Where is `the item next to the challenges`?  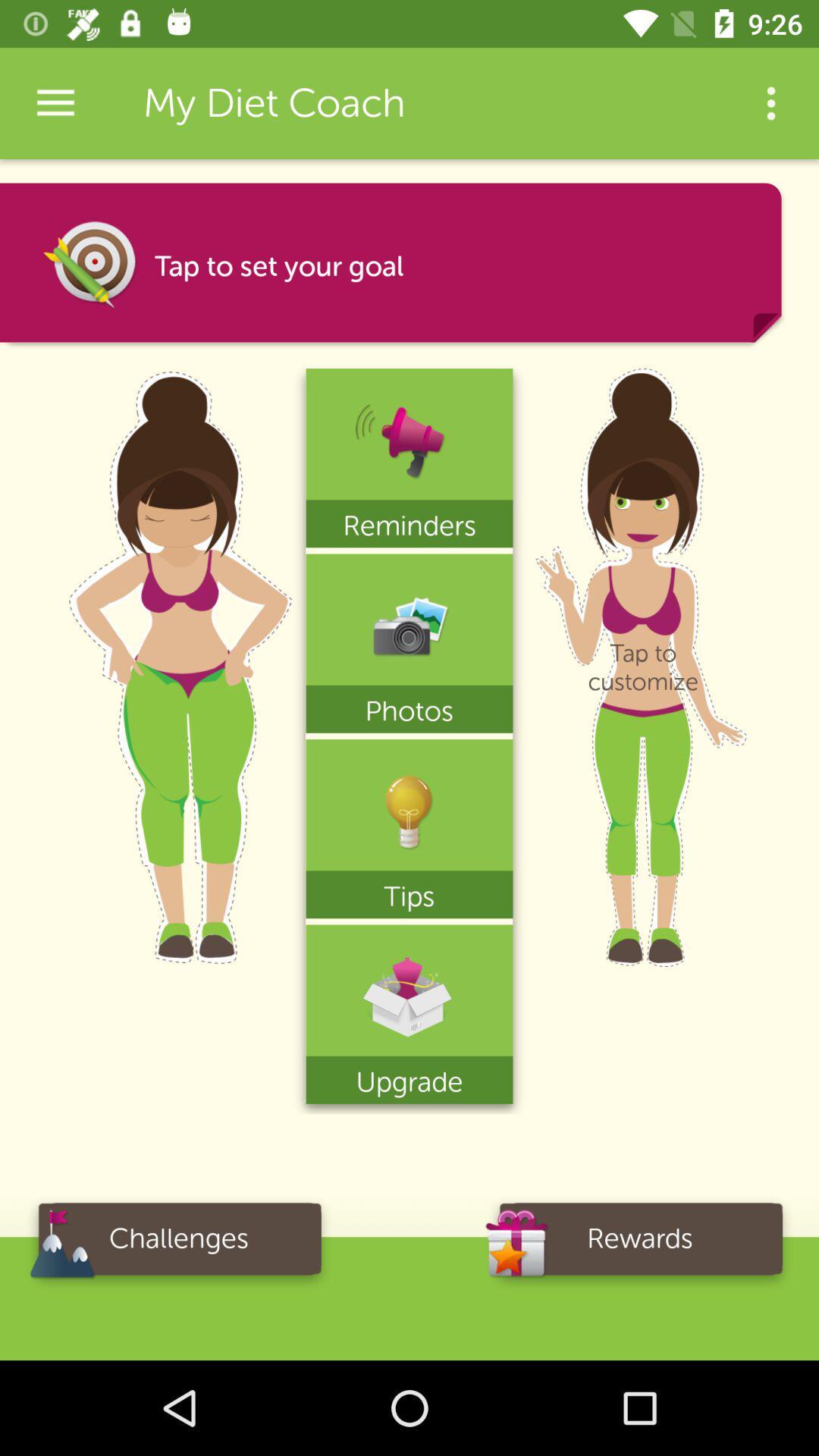
the item next to the challenges is located at coordinates (640, 1244).